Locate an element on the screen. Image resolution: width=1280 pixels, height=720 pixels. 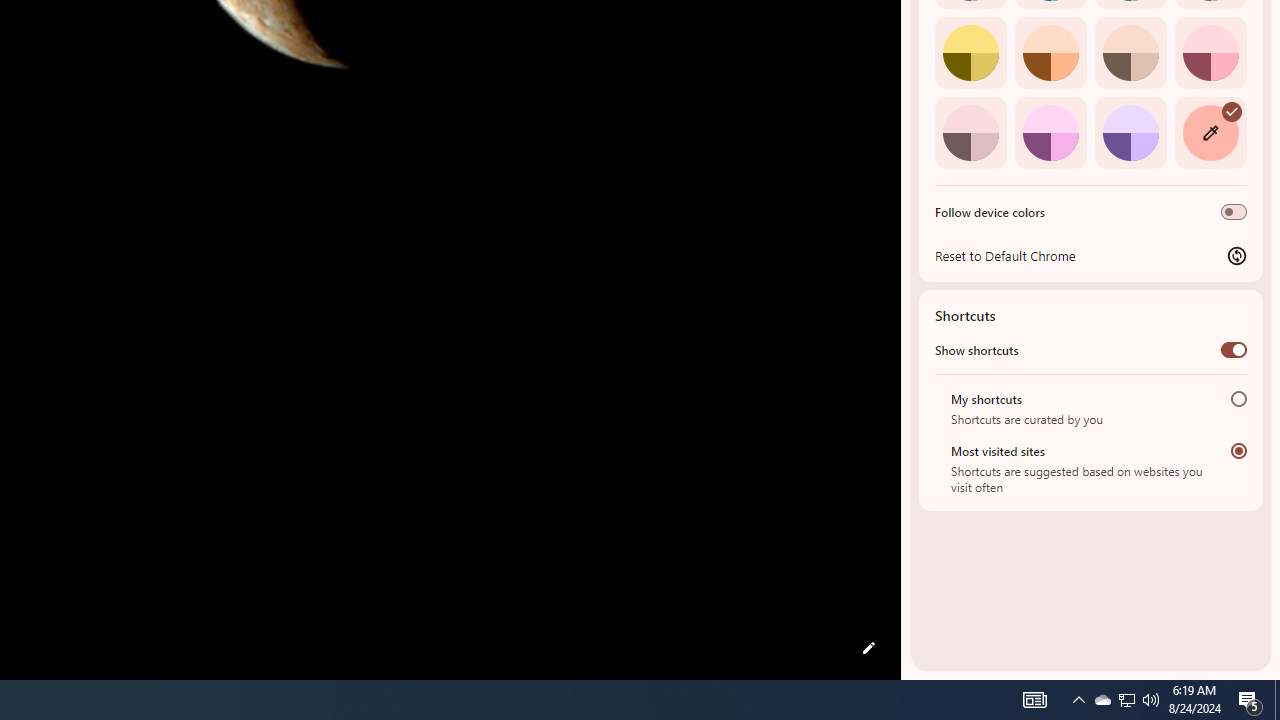
'Citron' is located at coordinates (970, 51).